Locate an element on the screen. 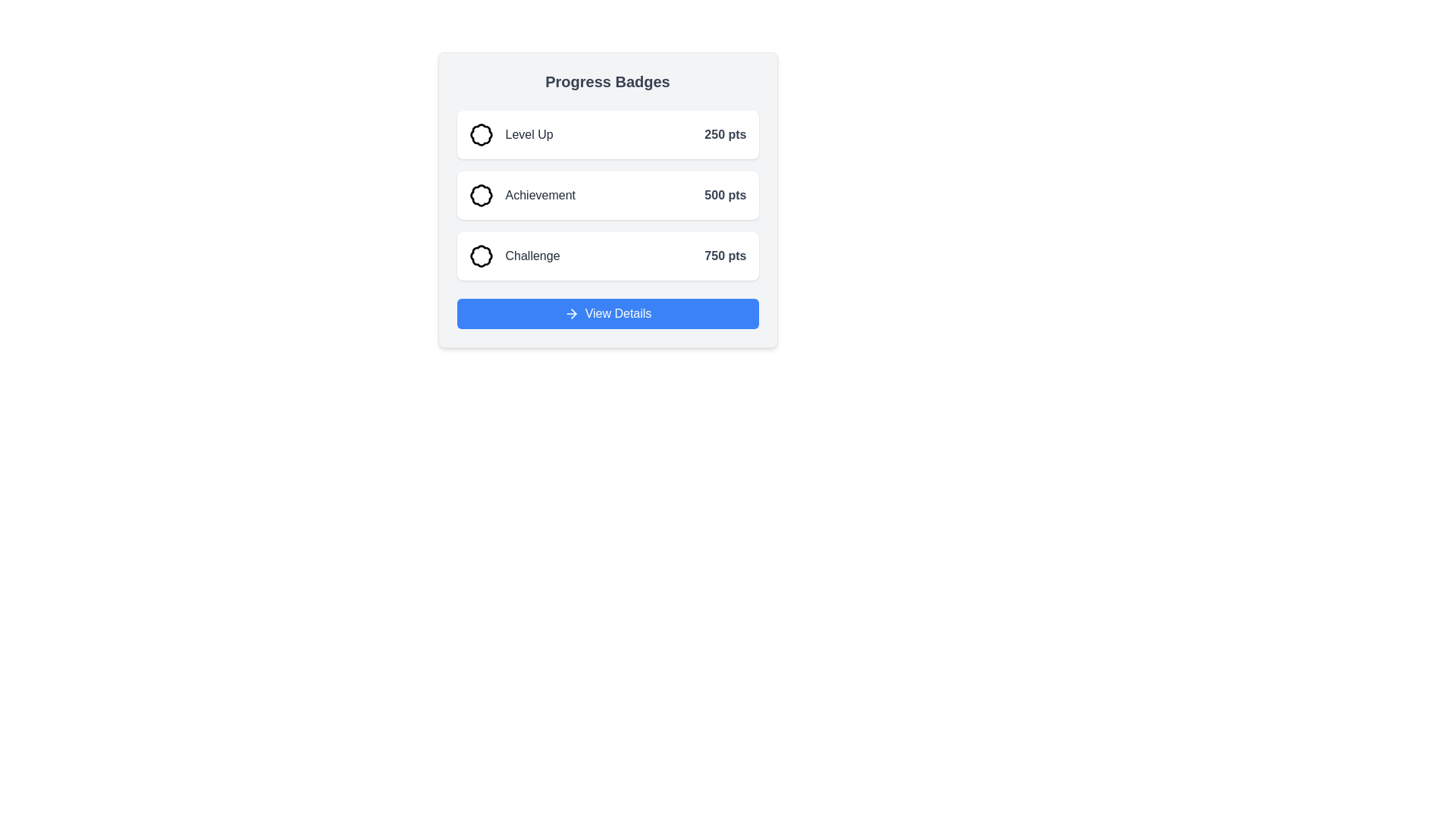 The height and width of the screenshot is (819, 1456). the circular badge icon, which is the leftmost icon in the first row of the 'Progress Badges' section is located at coordinates (480, 133).